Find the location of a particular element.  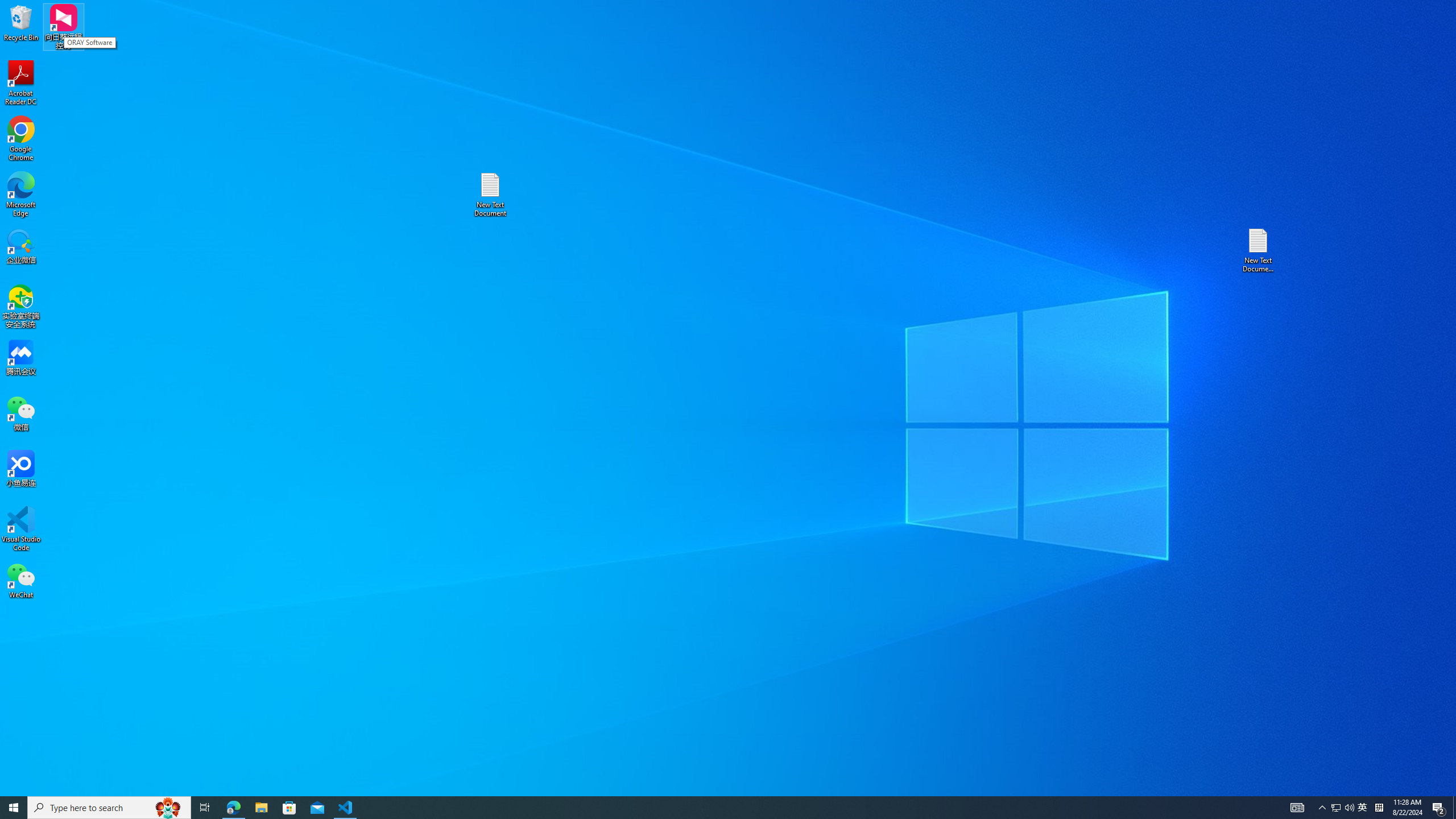

'Search highlights icon opens search home window' is located at coordinates (167, 806).